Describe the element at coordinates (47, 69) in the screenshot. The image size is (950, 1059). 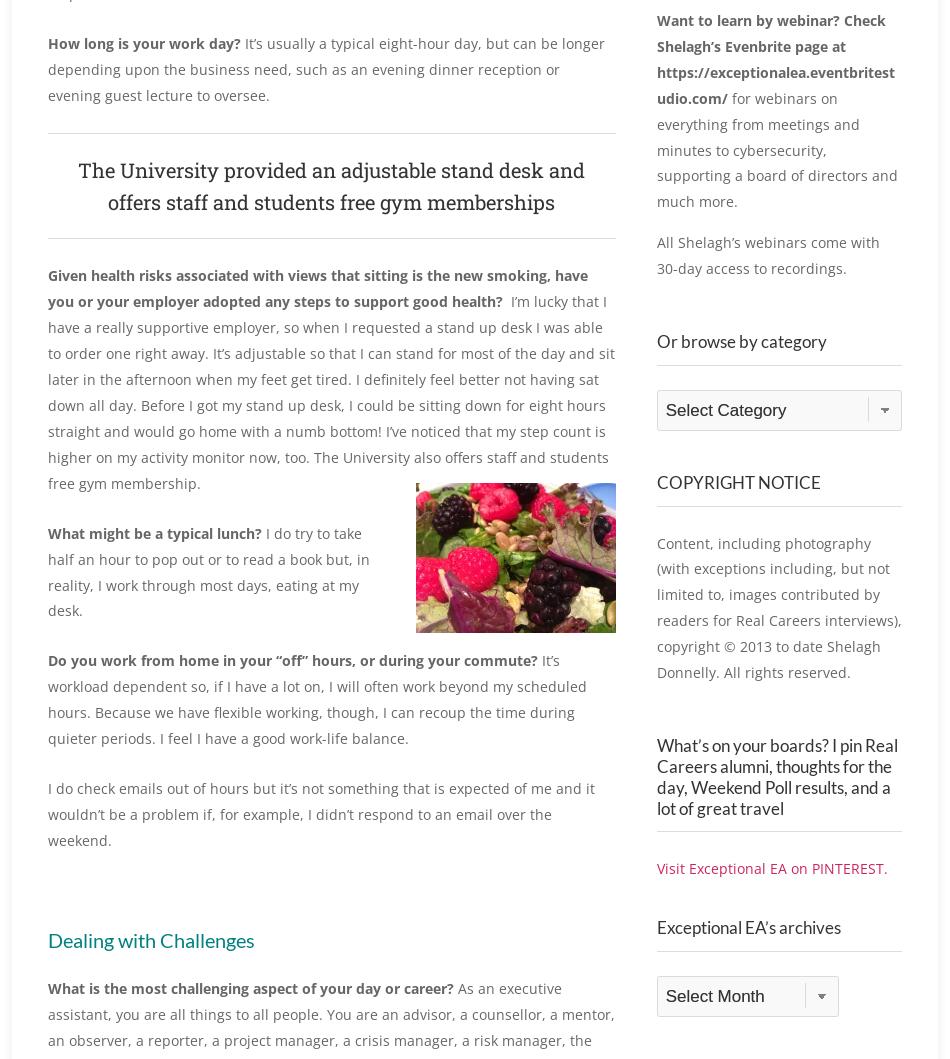
I see `'It’s usually a typical eight-hour day, but can be longer depending upon the business need, such as an evening dinner reception or evening guest lecture to oversee.'` at that location.